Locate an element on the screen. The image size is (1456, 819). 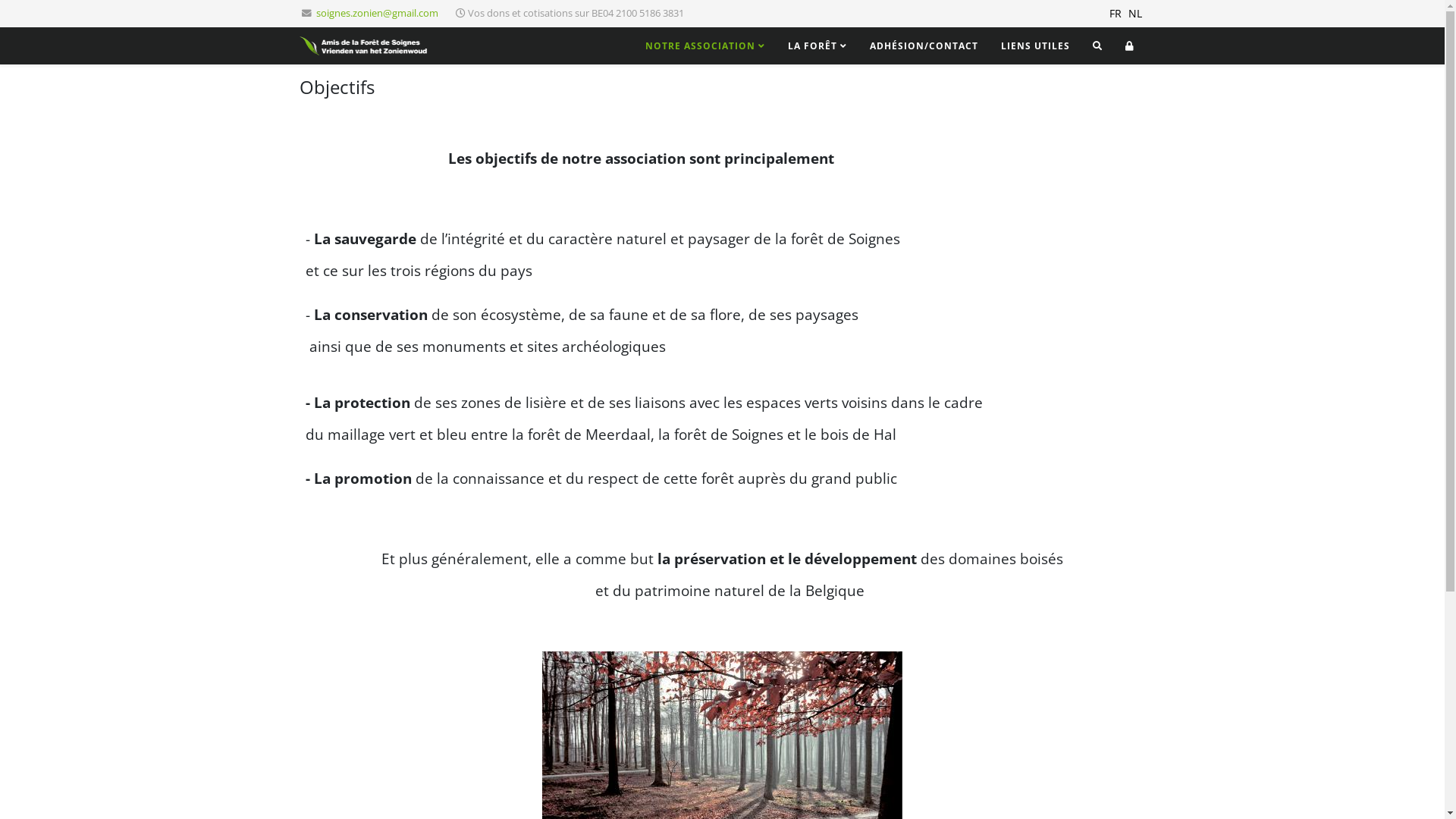
'soignes.zonien@gmail.com' is located at coordinates (376, 13).